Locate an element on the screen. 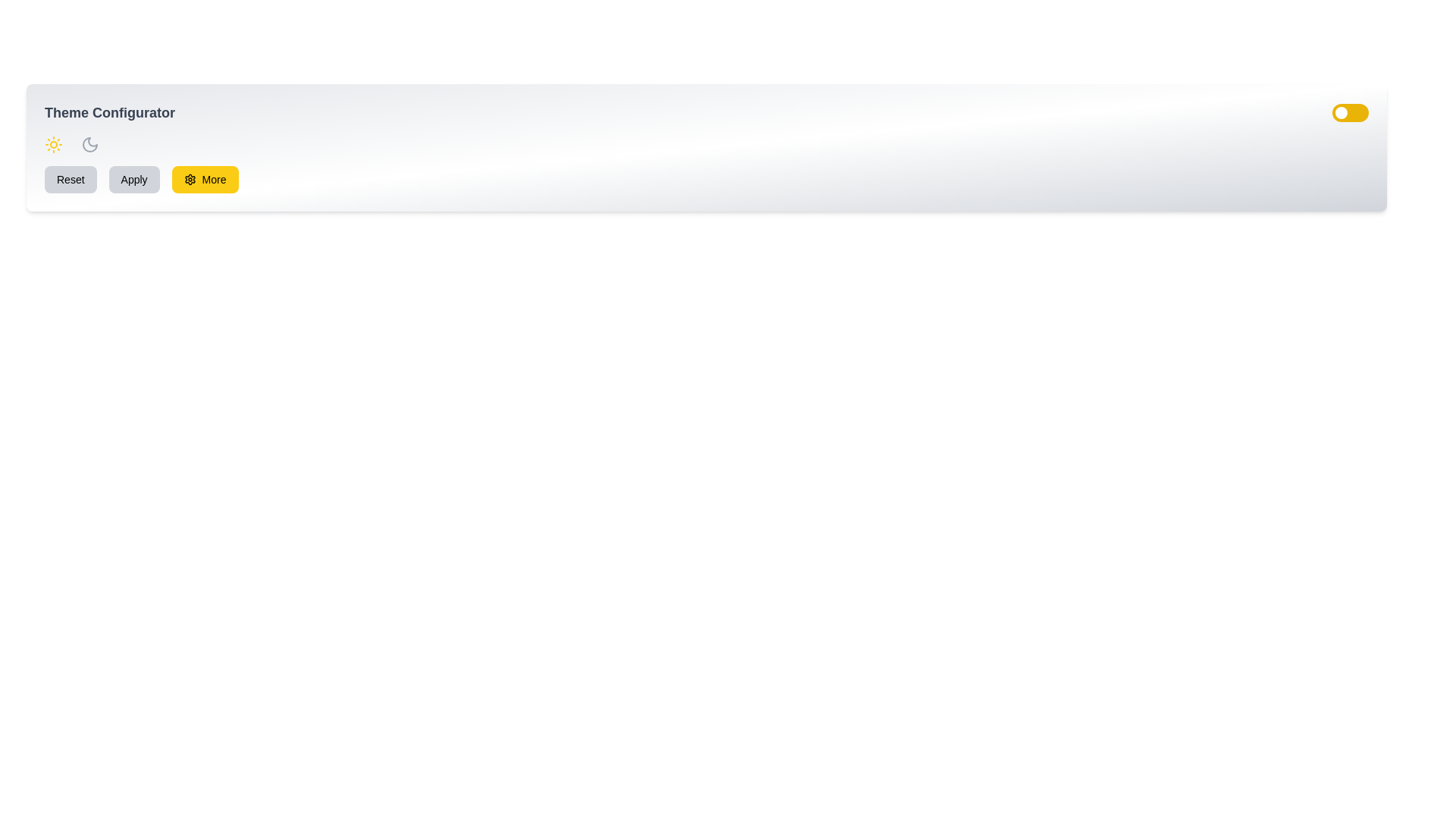 The width and height of the screenshot is (1456, 819). the 'light mode' icon located at the top left of the interface is located at coordinates (54, 145).